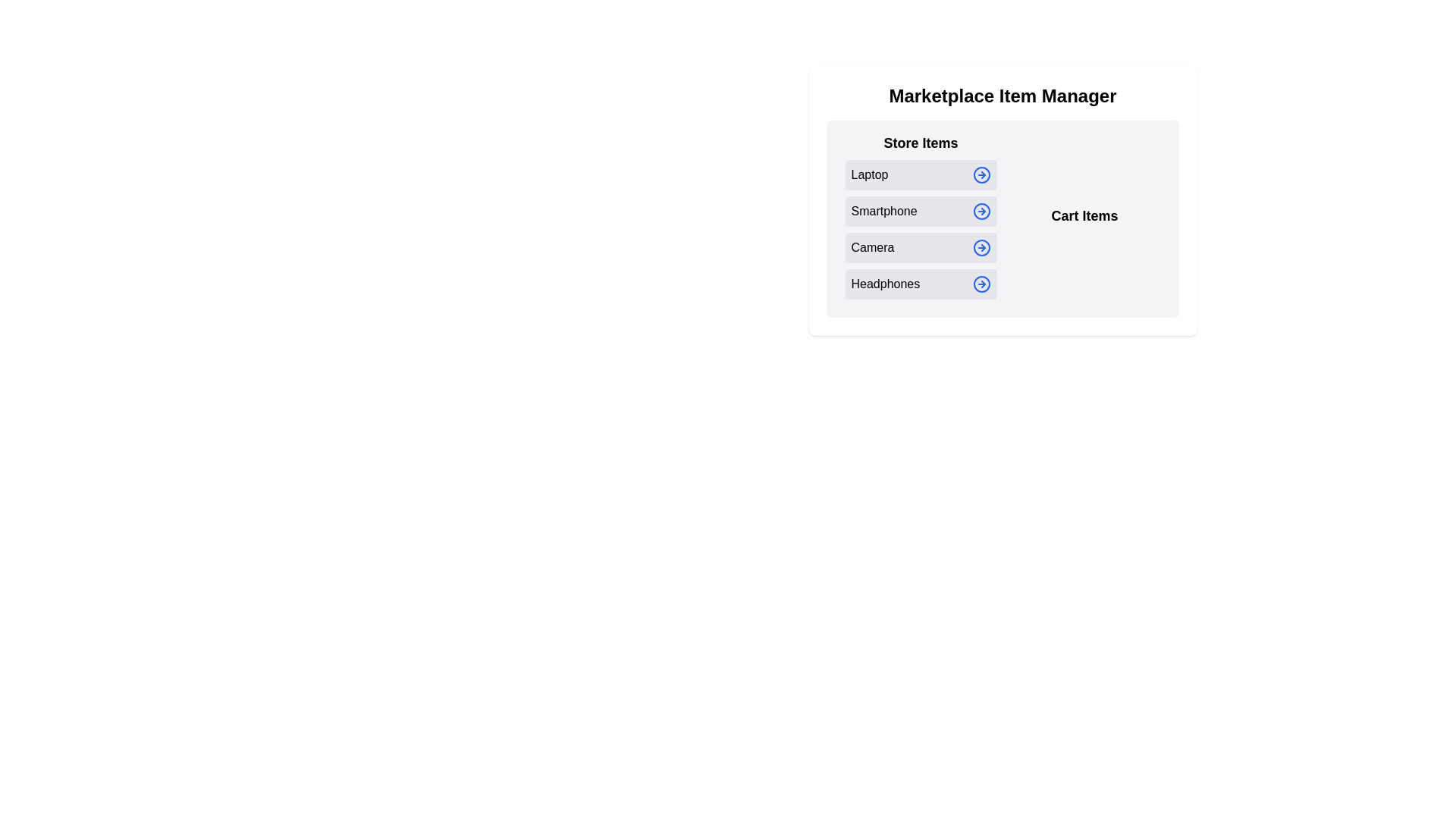 This screenshot has width=1456, height=819. What do you see at coordinates (981, 247) in the screenshot?
I see `arrow icon next to the item labeled Camera to move it to the Cart Items section` at bounding box center [981, 247].